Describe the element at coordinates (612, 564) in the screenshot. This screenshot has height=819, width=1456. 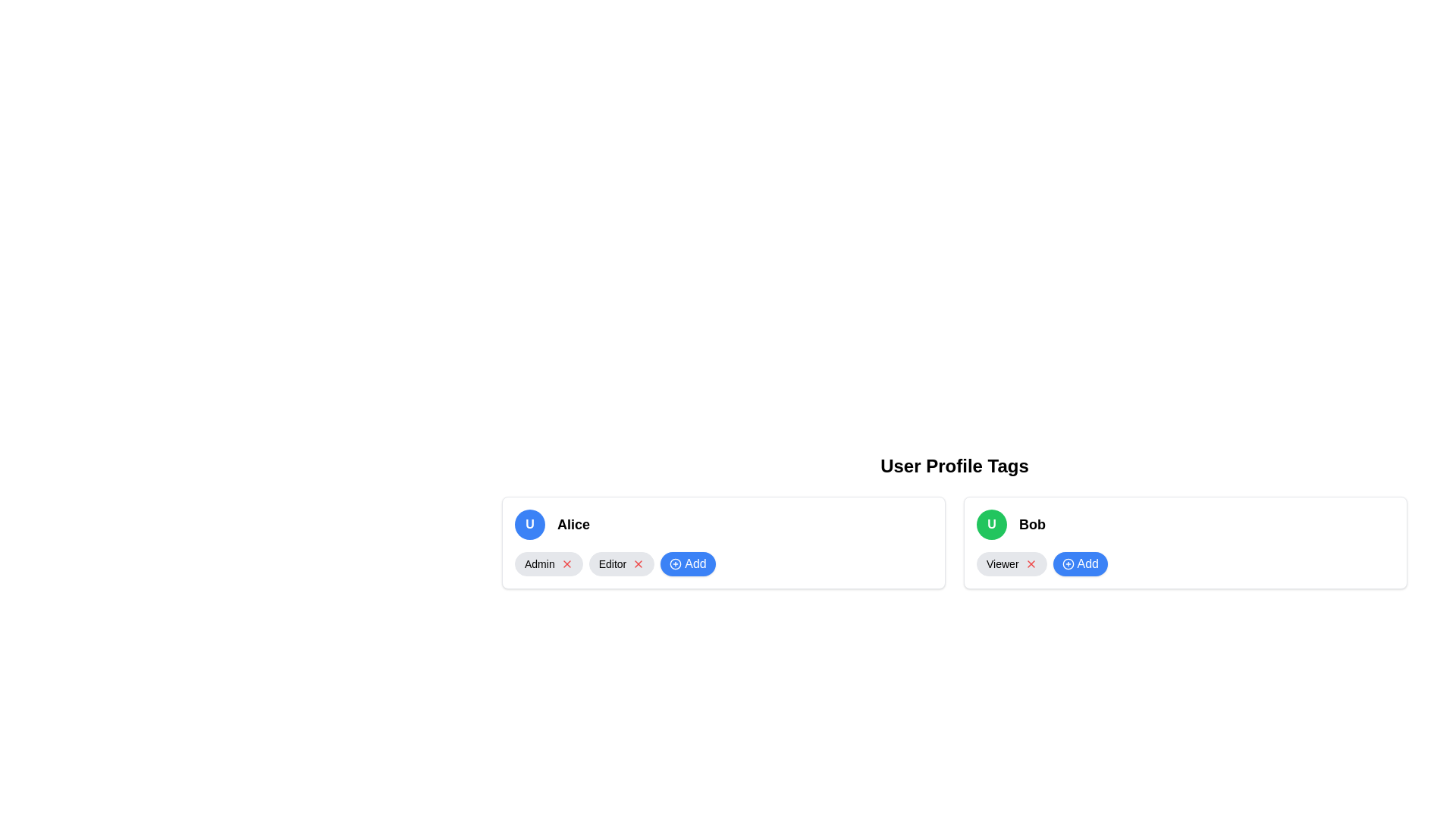
I see `the text label indicating 'Editor' on Alice's profile card, positioned in the center-right of the card` at that location.